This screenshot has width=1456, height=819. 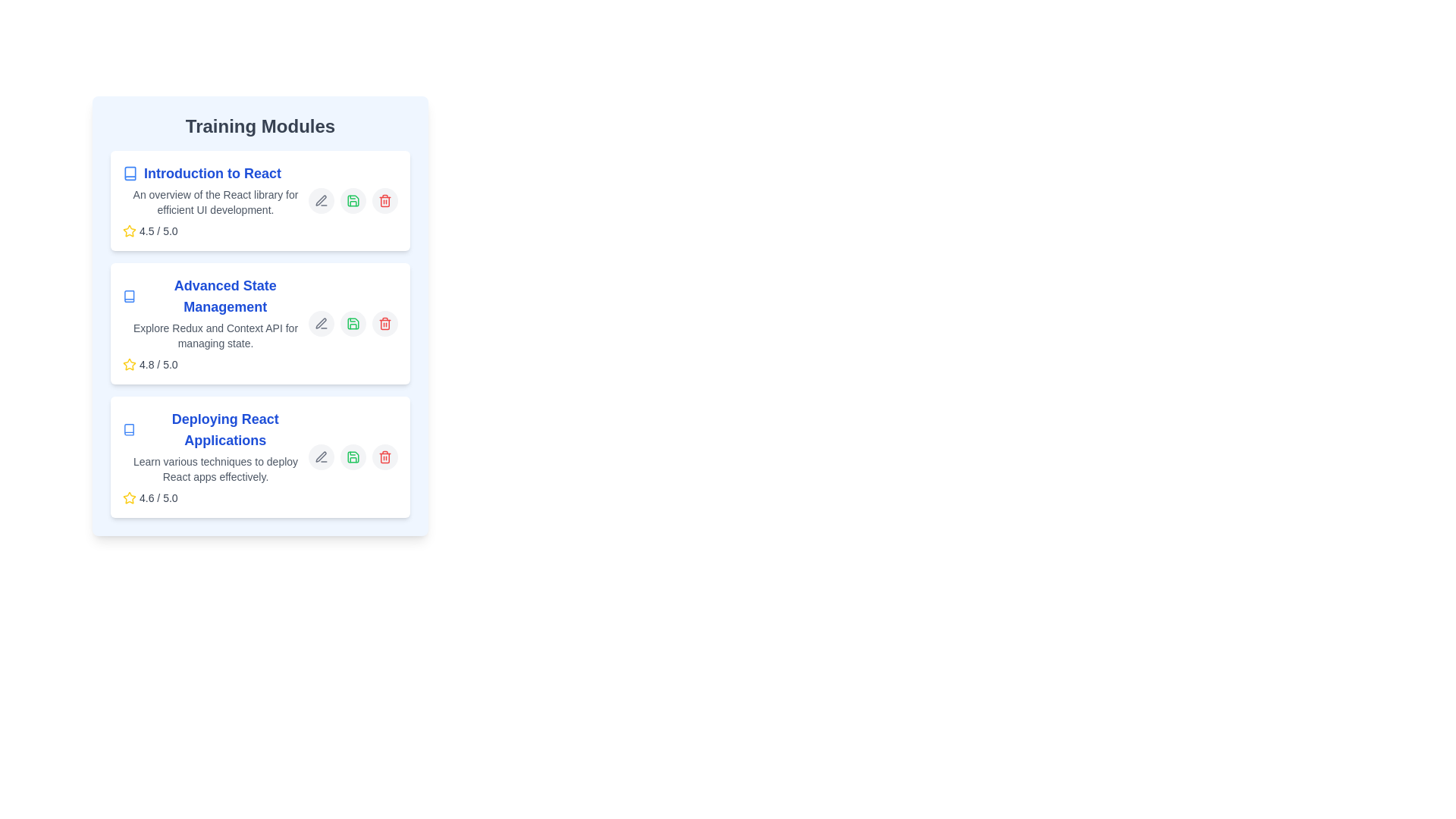 What do you see at coordinates (130, 172) in the screenshot?
I see `the book icon located to the left of the 'Introduction to React' module title, which indicates instructional content` at bounding box center [130, 172].